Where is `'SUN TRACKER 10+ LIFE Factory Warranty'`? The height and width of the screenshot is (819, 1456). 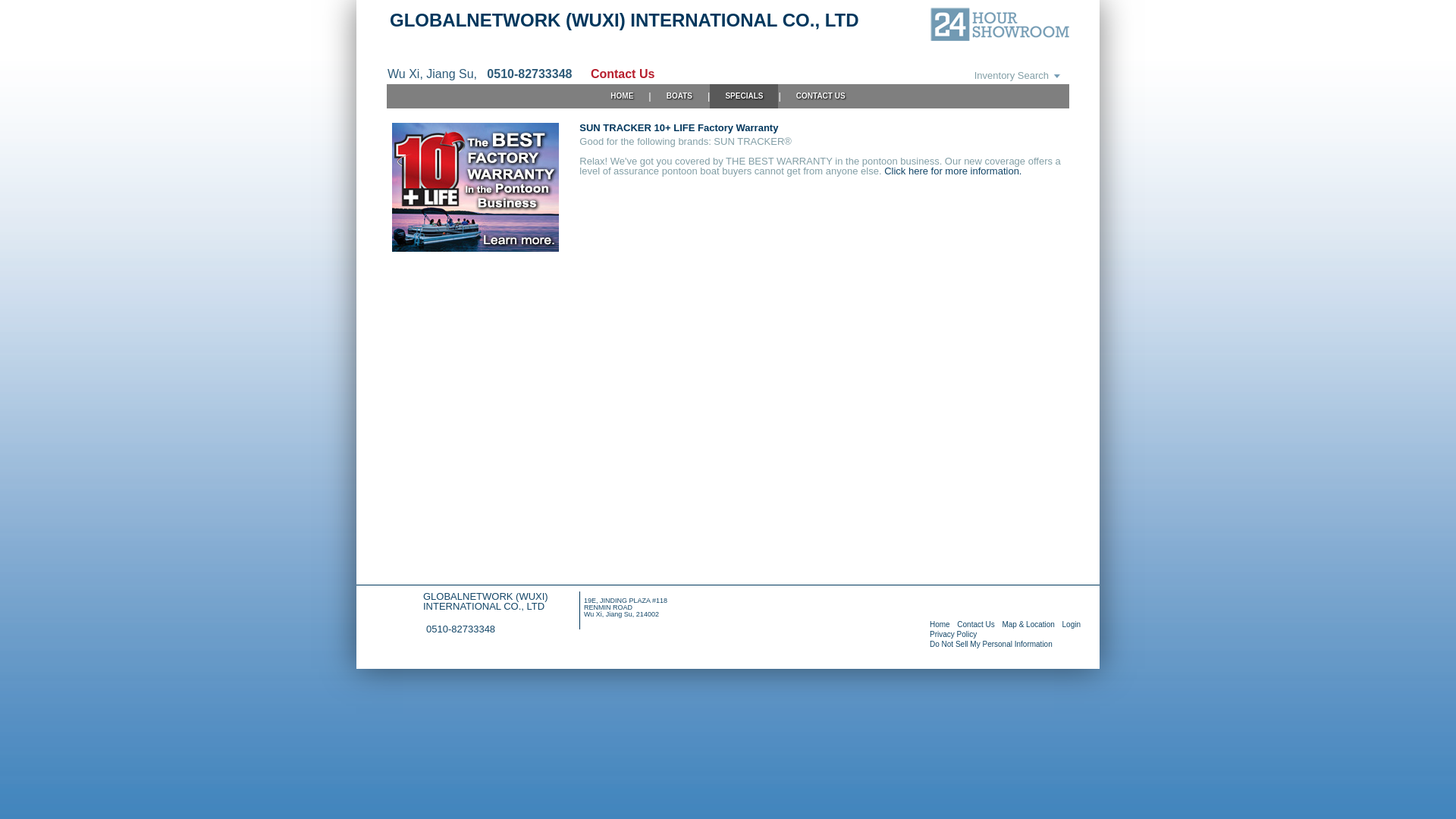 'SUN TRACKER 10+ LIFE Factory Warranty' is located at coordinates (475, 247).